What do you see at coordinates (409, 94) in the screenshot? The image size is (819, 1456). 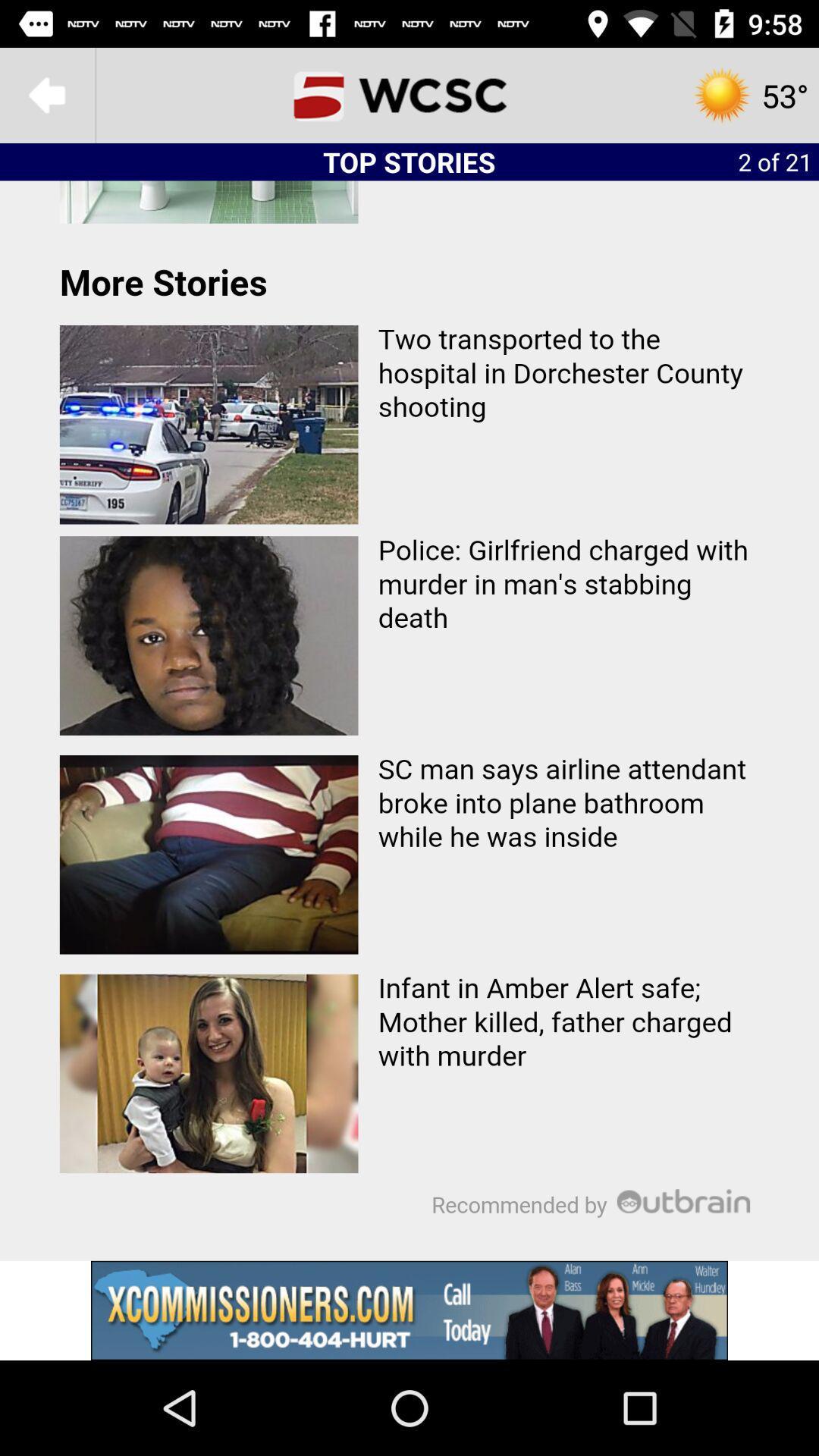 I see `icon to the left of the 2 of 21 icon` at bounding box center [409, 94].